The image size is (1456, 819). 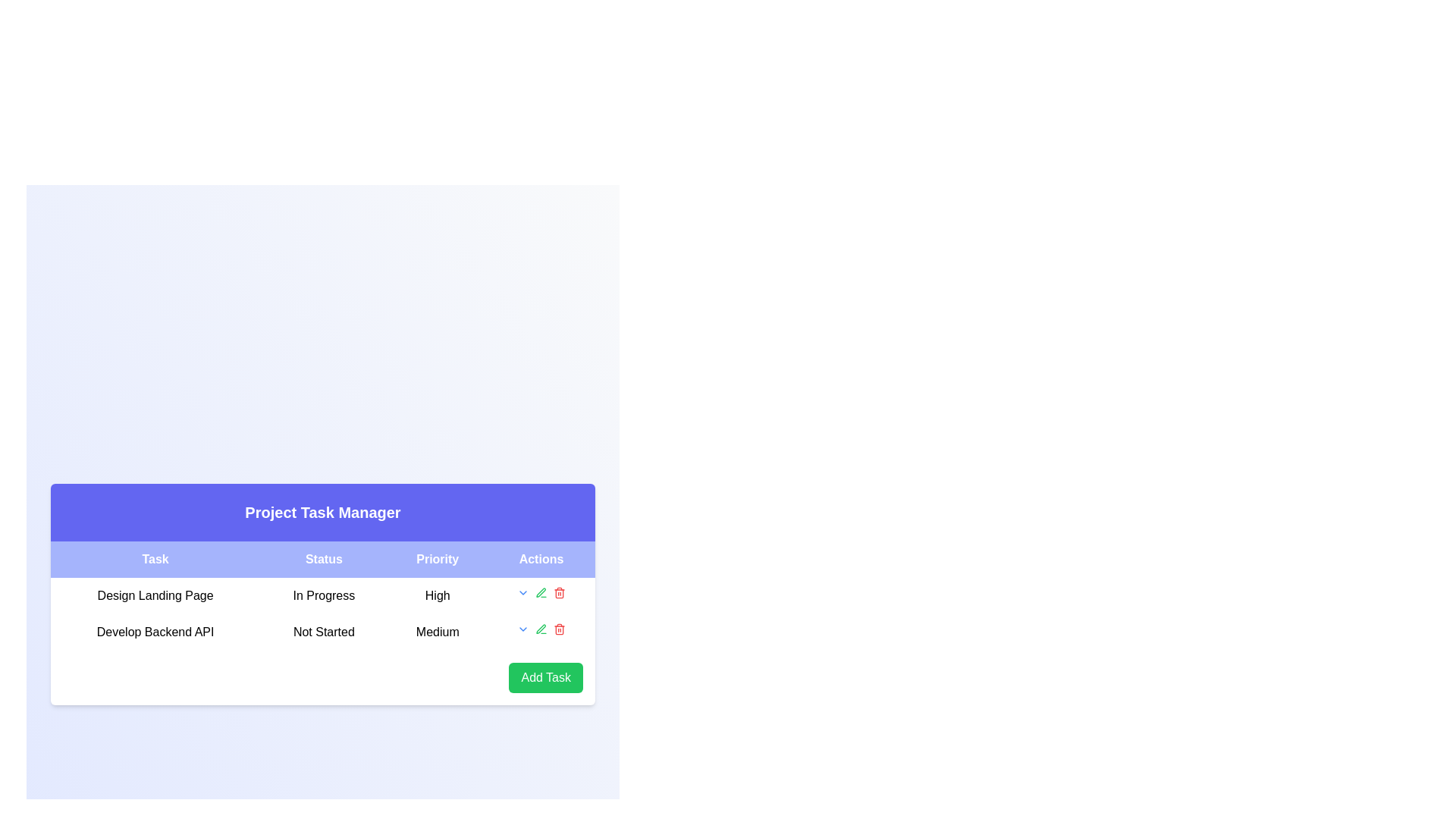 What do you see at coordinates (322, 595) in the screenshot?
I see `the first table row containing the text 'Design Landing Page', which is located in a table with headers 'Task', 'Status', 'Priority', and 'Actions'` at bounding box center [322, 595].